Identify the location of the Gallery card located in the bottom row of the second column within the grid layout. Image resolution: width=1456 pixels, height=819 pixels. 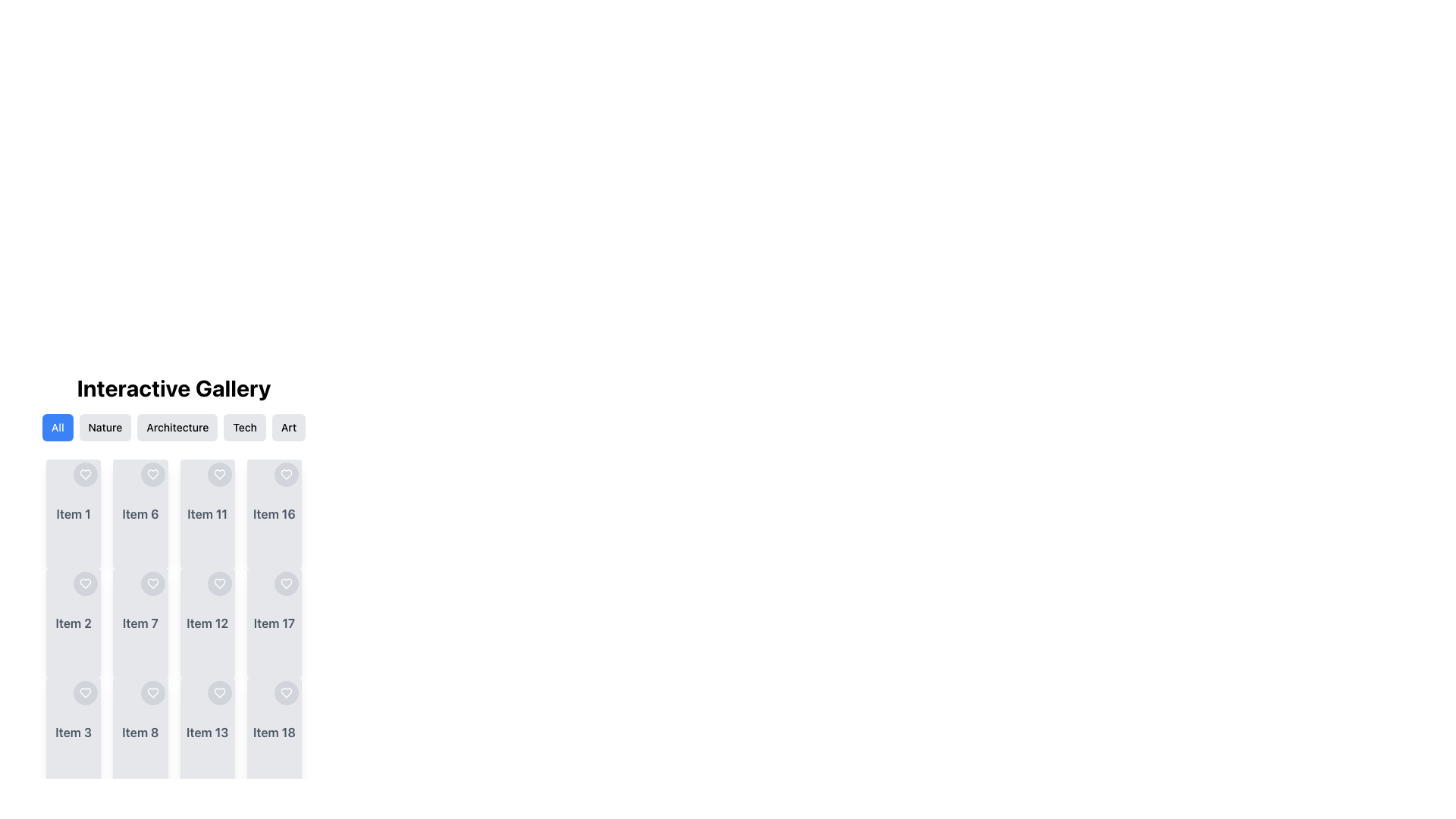
(140, 731).